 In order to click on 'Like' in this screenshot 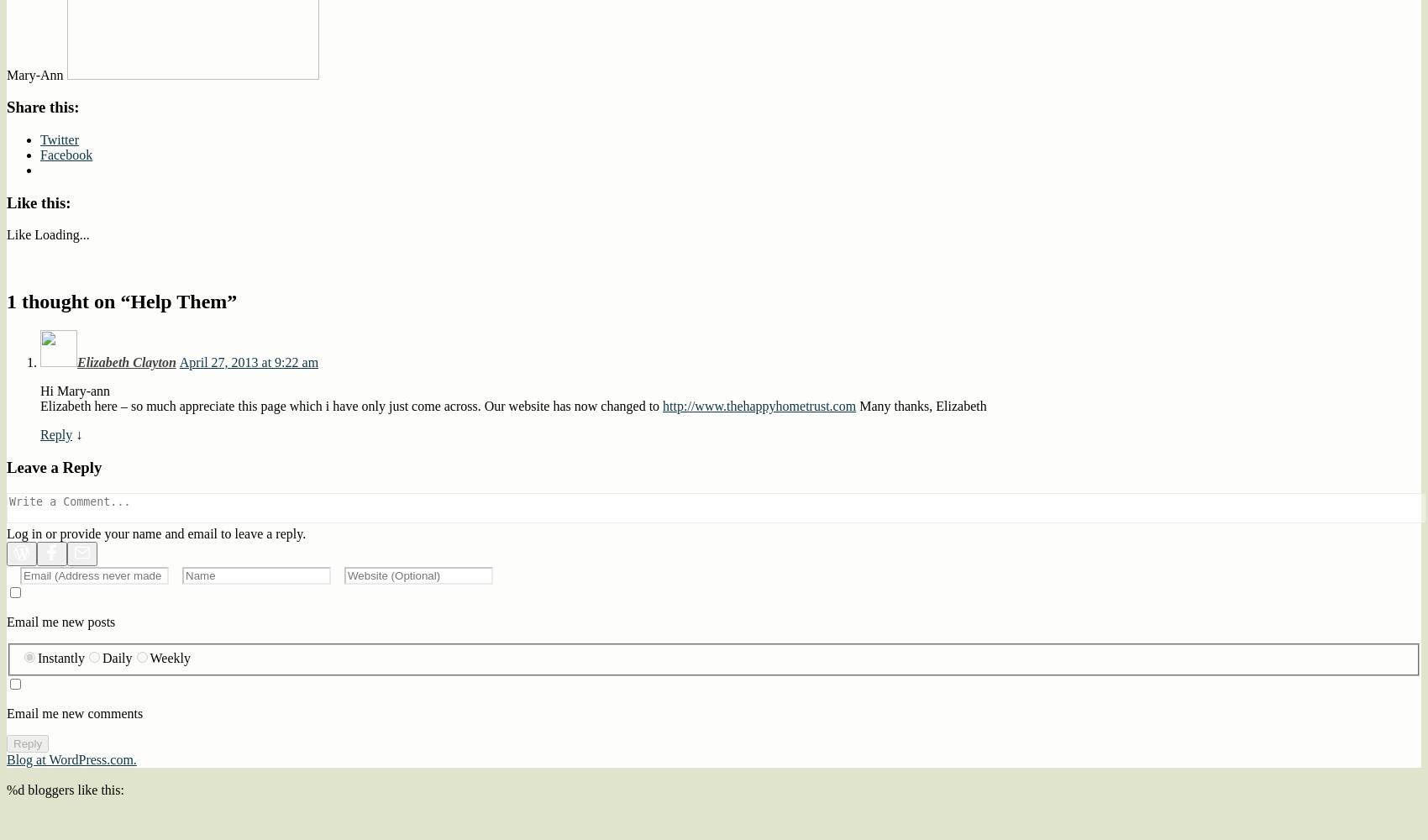, I will do `click(6, 234)`.